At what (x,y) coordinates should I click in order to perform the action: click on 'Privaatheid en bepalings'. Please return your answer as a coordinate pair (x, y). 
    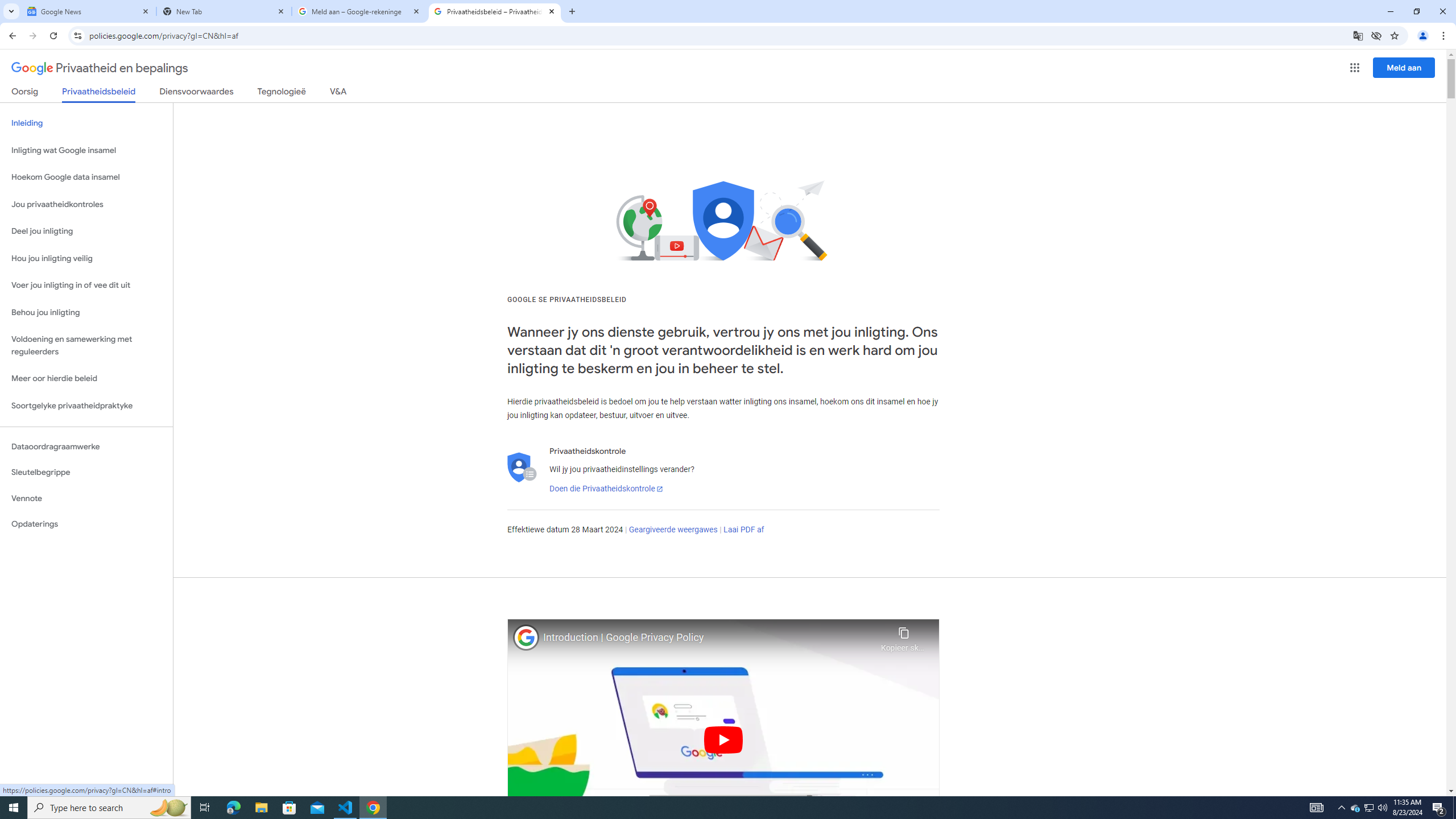
    Looking at the image, I should click on (100, 68).